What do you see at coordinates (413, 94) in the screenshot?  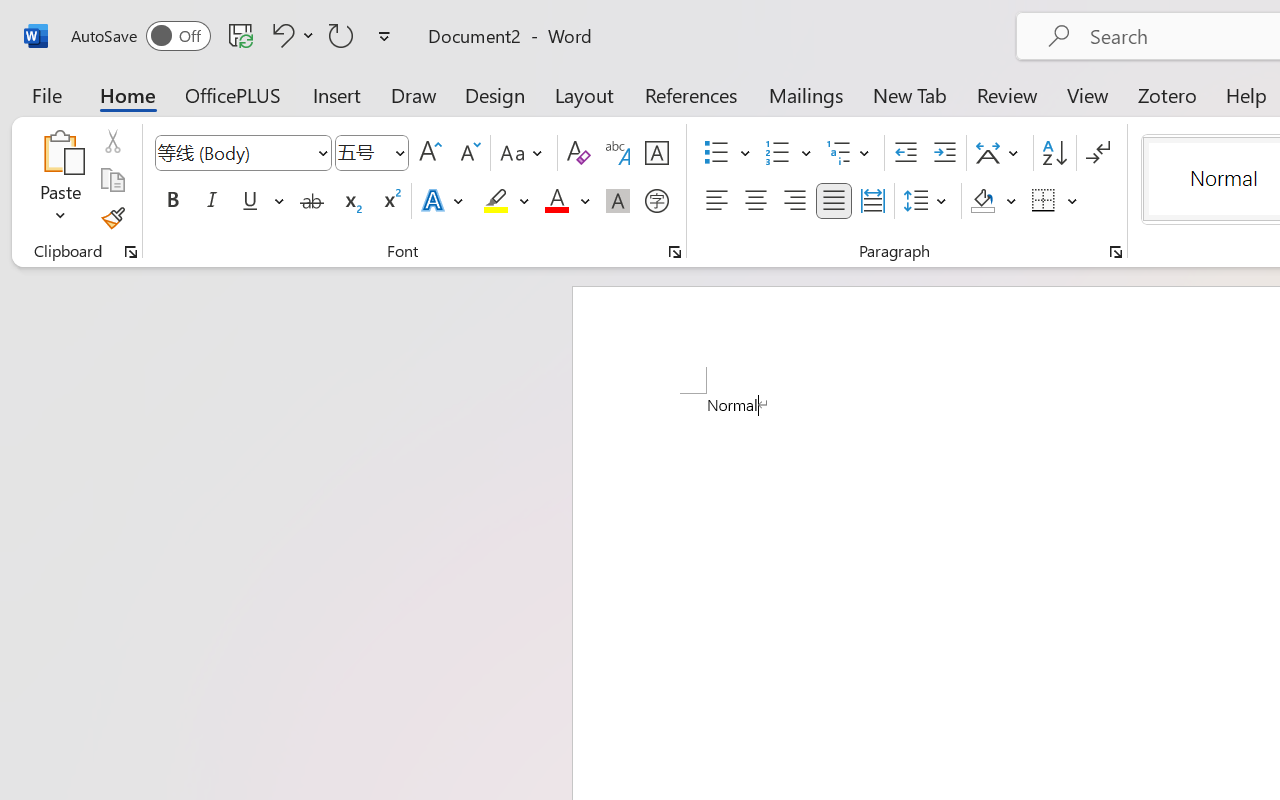 I see `'Draw'` at bounding box center [413, 94].